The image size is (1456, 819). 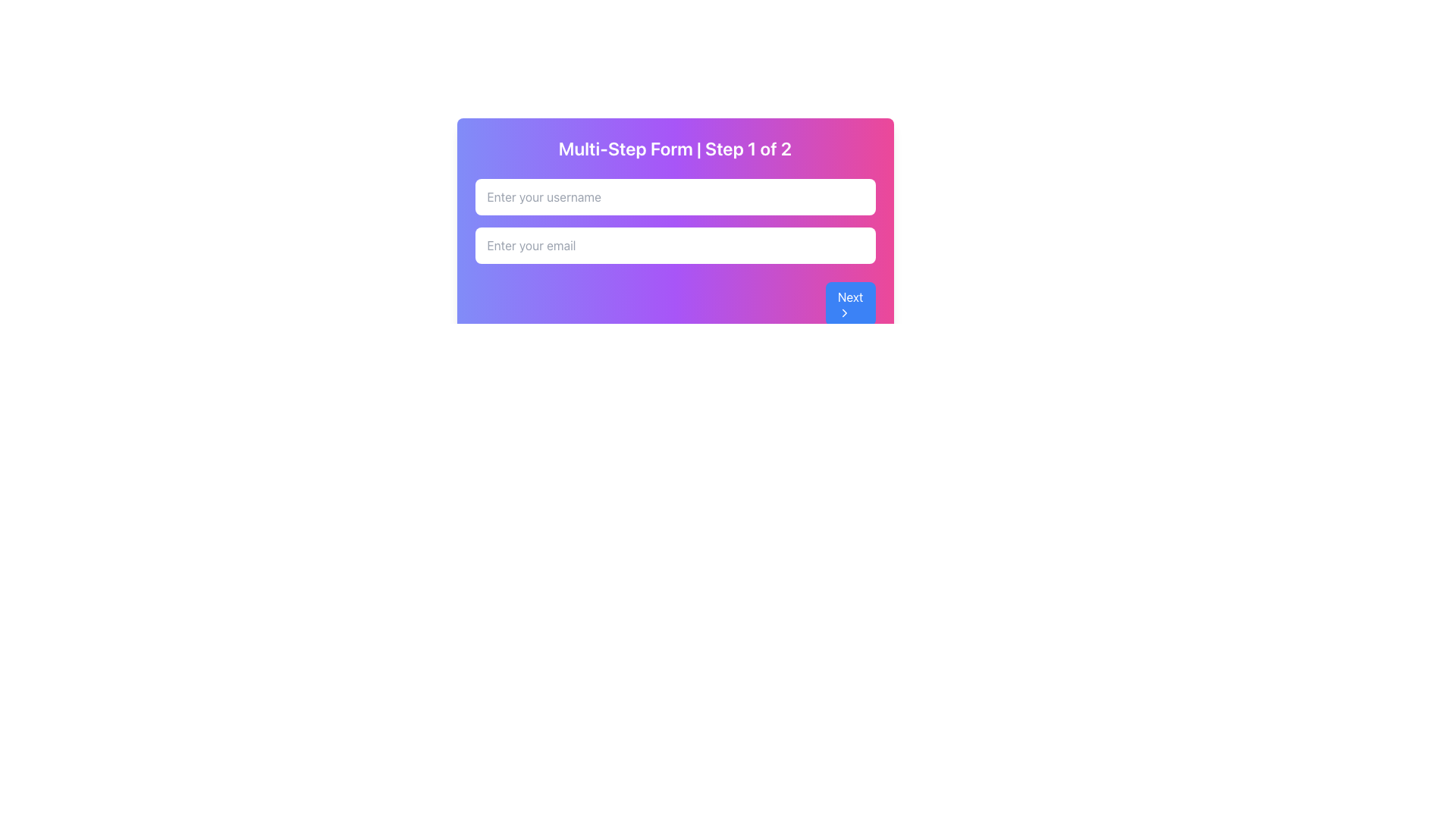 What do you see at coordinates (843, 312) in the screenshot?
I see `the small rightward arrow icon with a chevron pattern, located adjacent to the text 'Next' on the blue button in the bottom-right corner of the card` at bounding box center [843, 312].